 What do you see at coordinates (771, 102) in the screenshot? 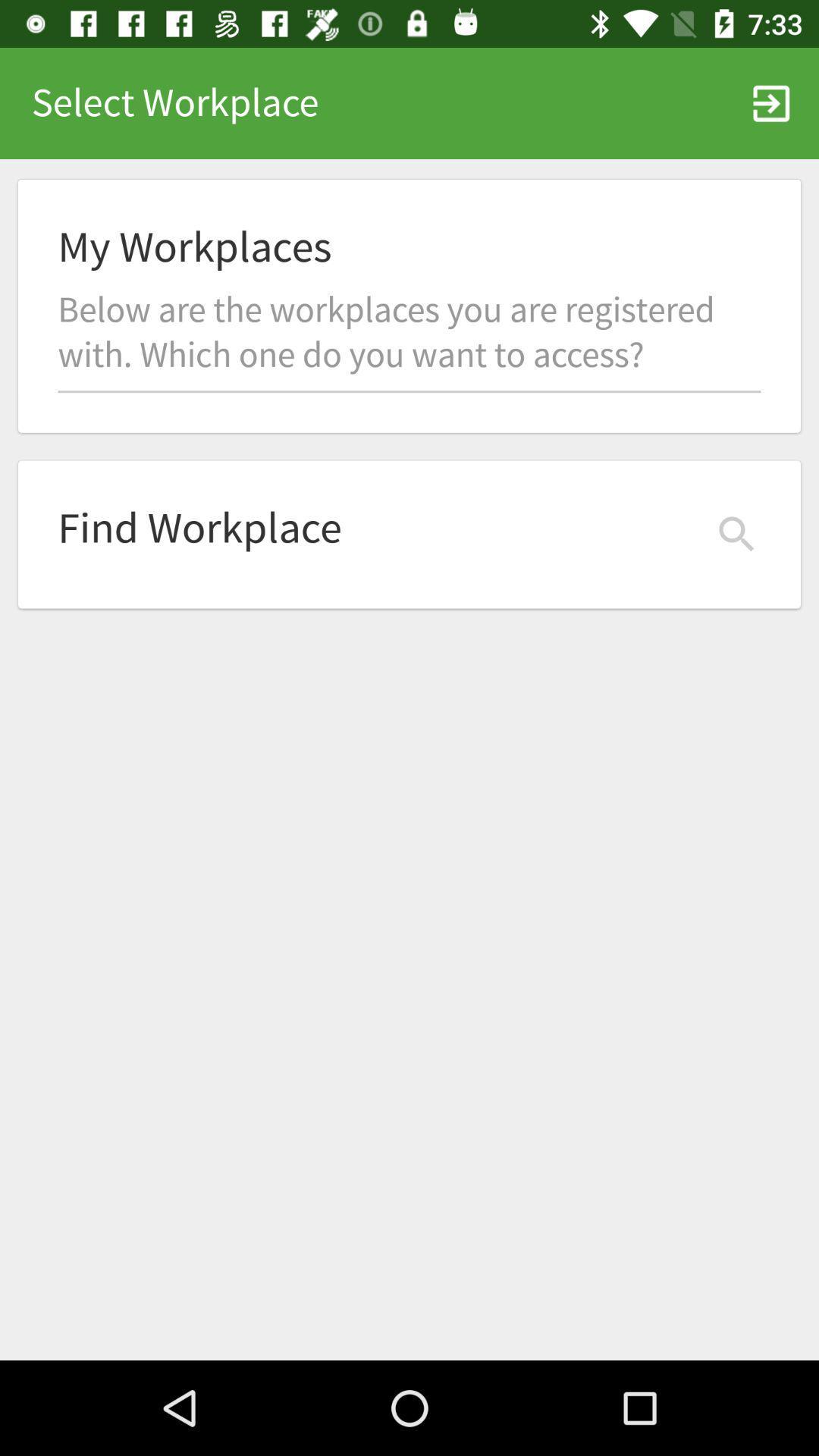
I see `icon above my workplaces icon` at bounding box center [771, 102].